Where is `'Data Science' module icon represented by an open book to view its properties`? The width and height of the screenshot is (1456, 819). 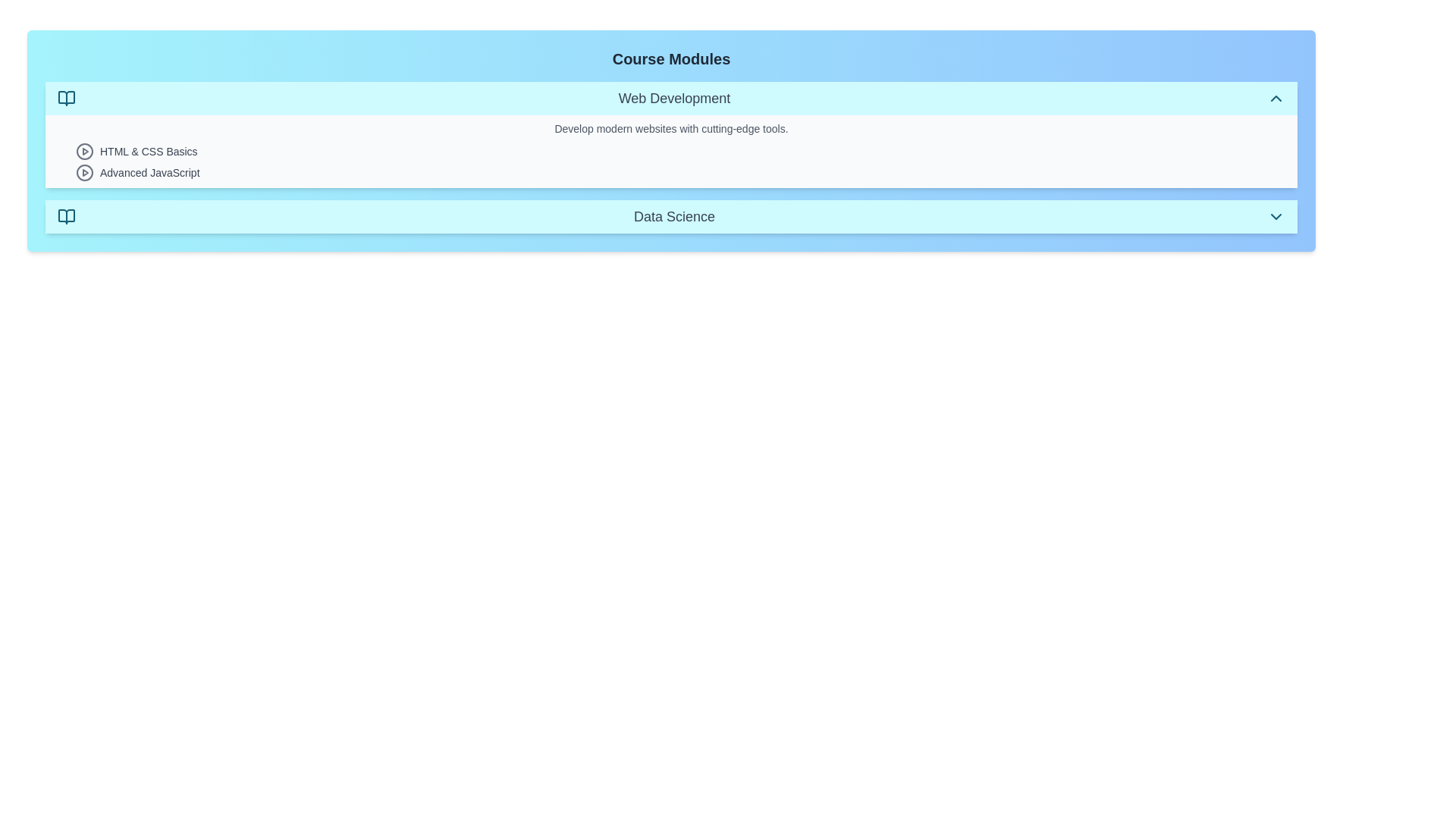
'Data Science' module icon represented by an open book to view its properties is located at coordinates (65, 216).